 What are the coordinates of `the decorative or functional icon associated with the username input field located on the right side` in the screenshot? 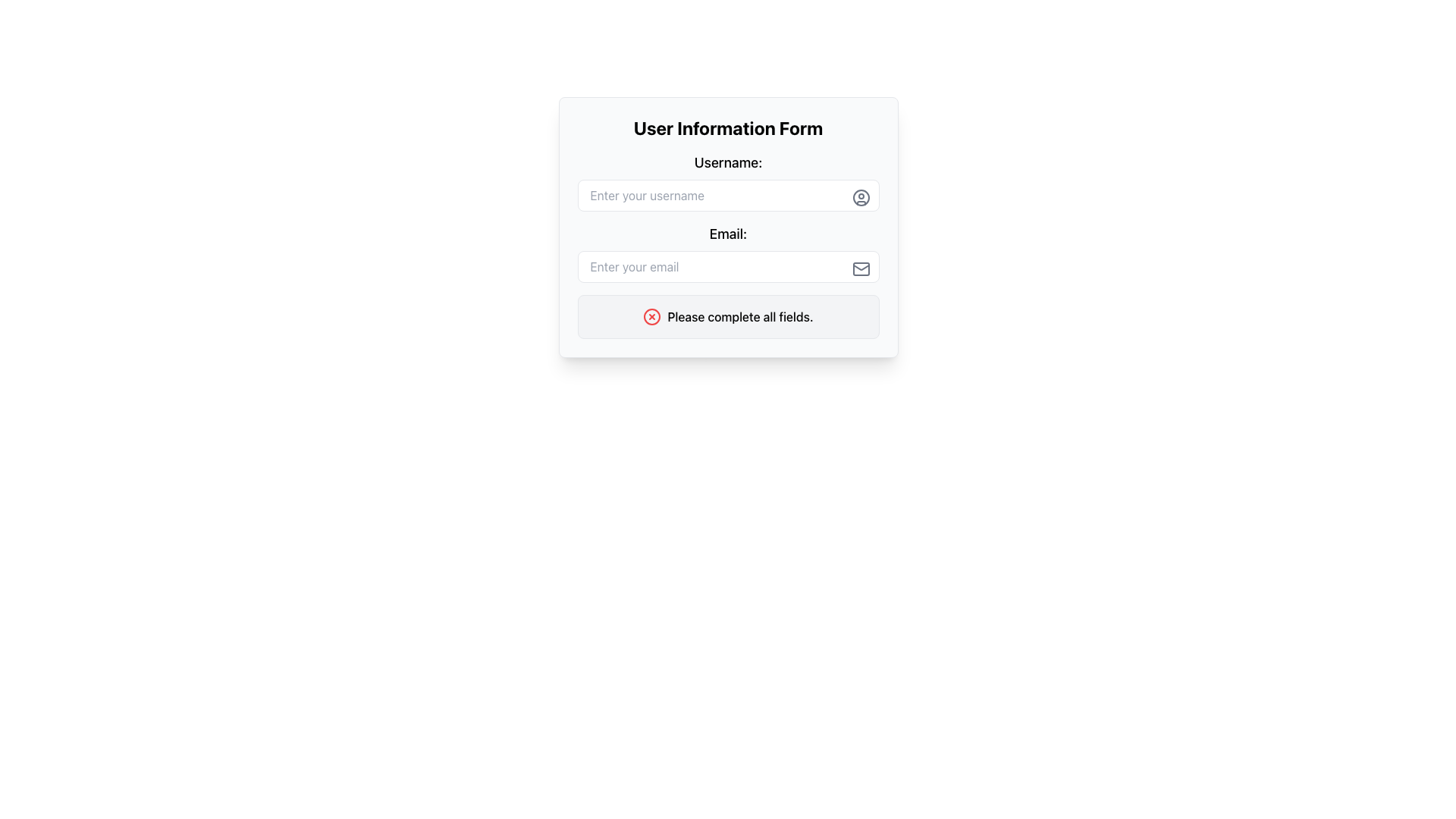 It's located at (861, 197).